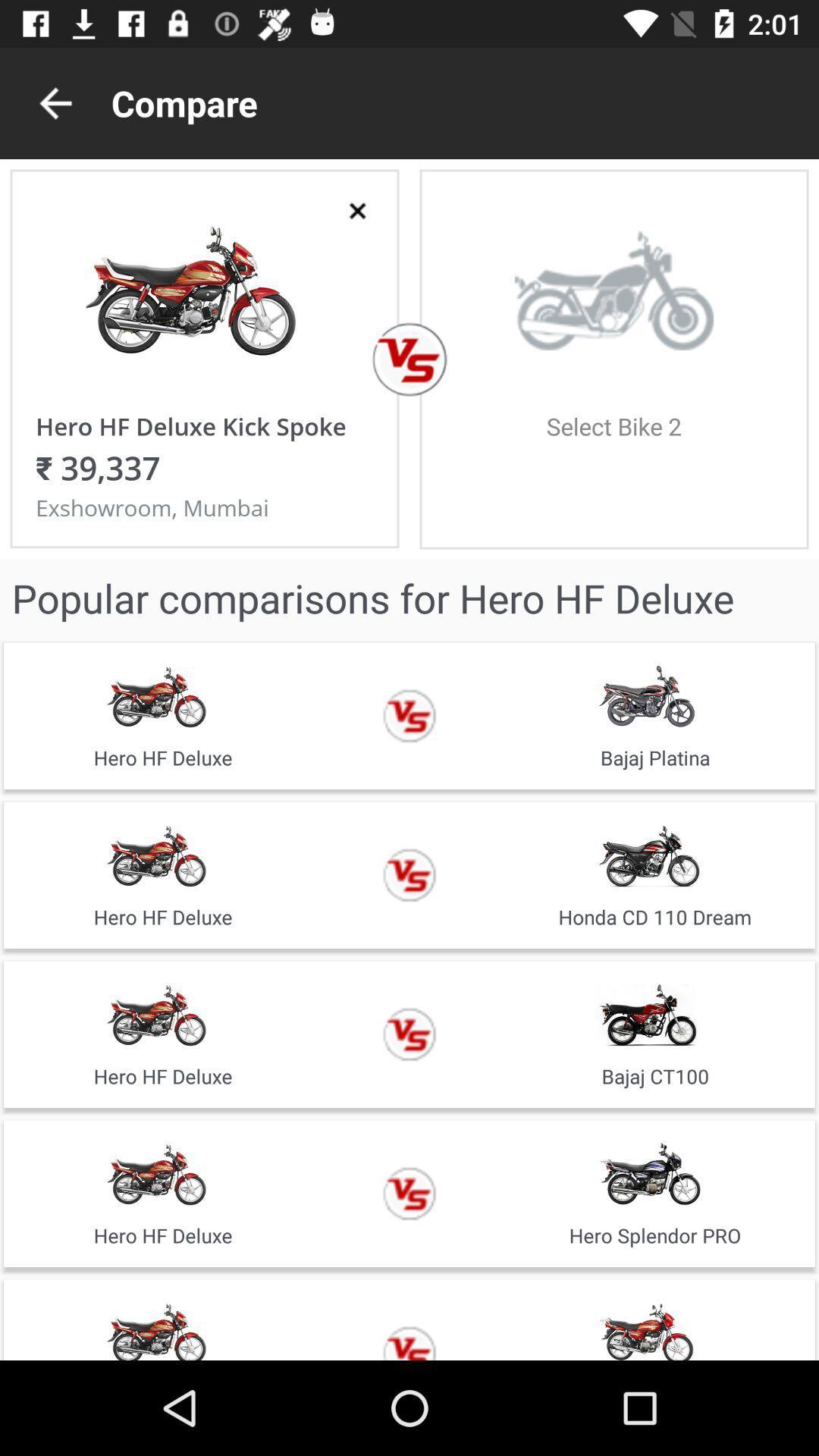 The image size is (819, 1456). What do you see at coordinates (357, 210) in the screenshot?
I see `window` at bounding box center [357, 210].